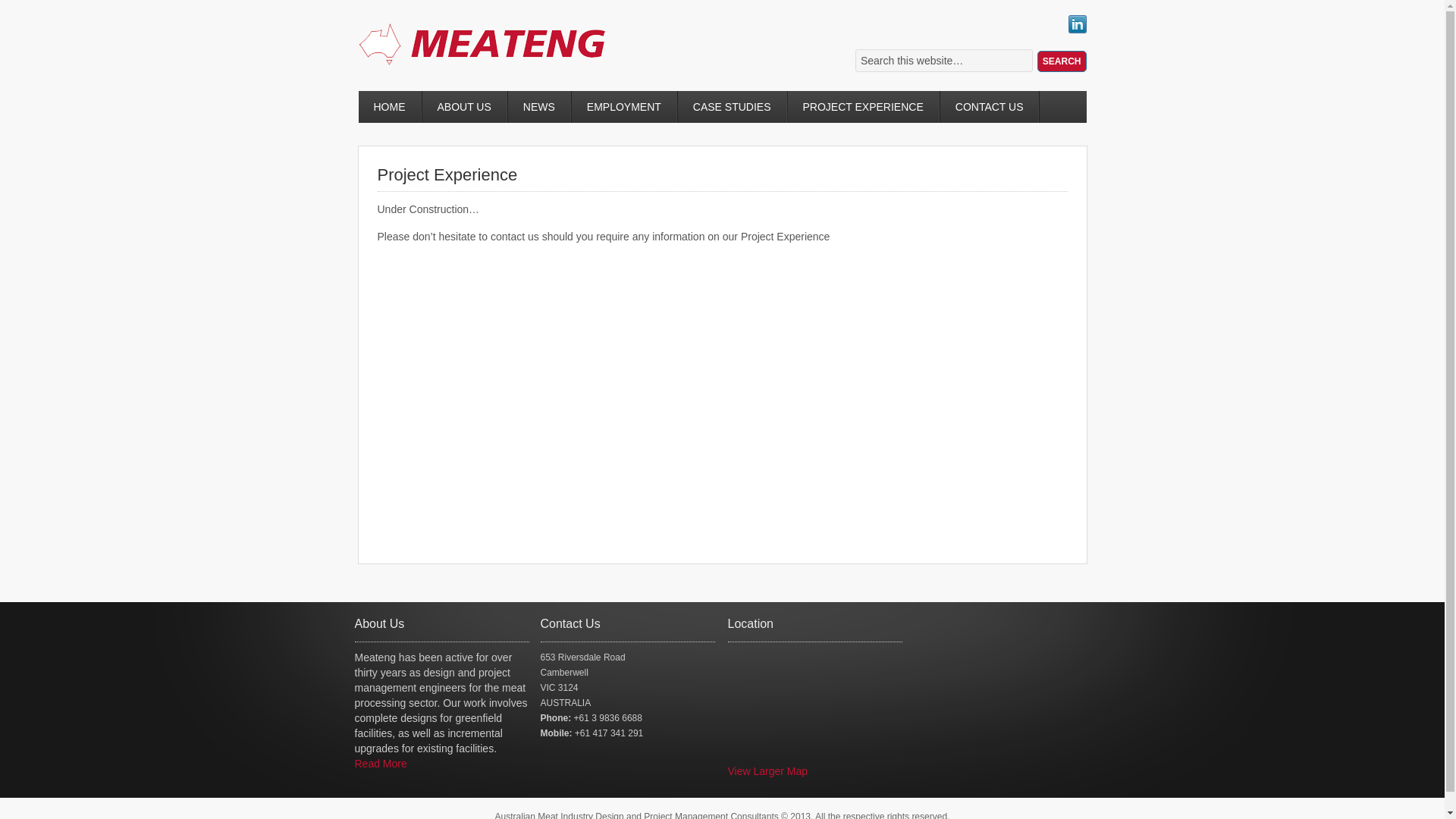 The height and width of the screenshot is (819, 1456). What do you see at coordinates (1061, 61) in the screenshot?
I see `'Search'` at bounding box center [1061, 61].